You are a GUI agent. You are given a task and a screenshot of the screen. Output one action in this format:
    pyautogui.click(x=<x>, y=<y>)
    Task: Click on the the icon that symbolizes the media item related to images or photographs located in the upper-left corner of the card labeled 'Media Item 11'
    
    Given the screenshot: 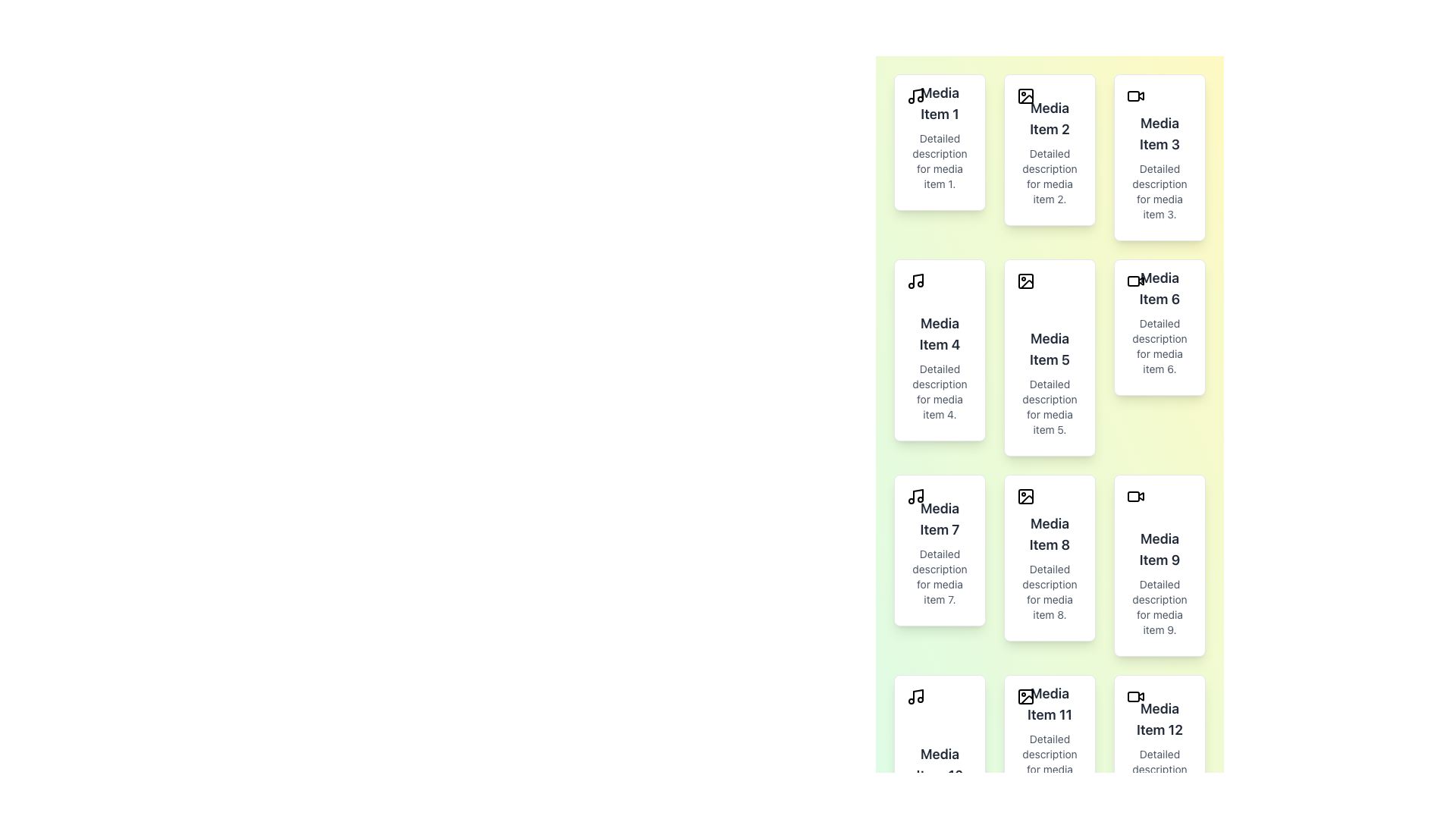 What is the action you would take?
    pyautogui.click(x=1026, y=696)
    